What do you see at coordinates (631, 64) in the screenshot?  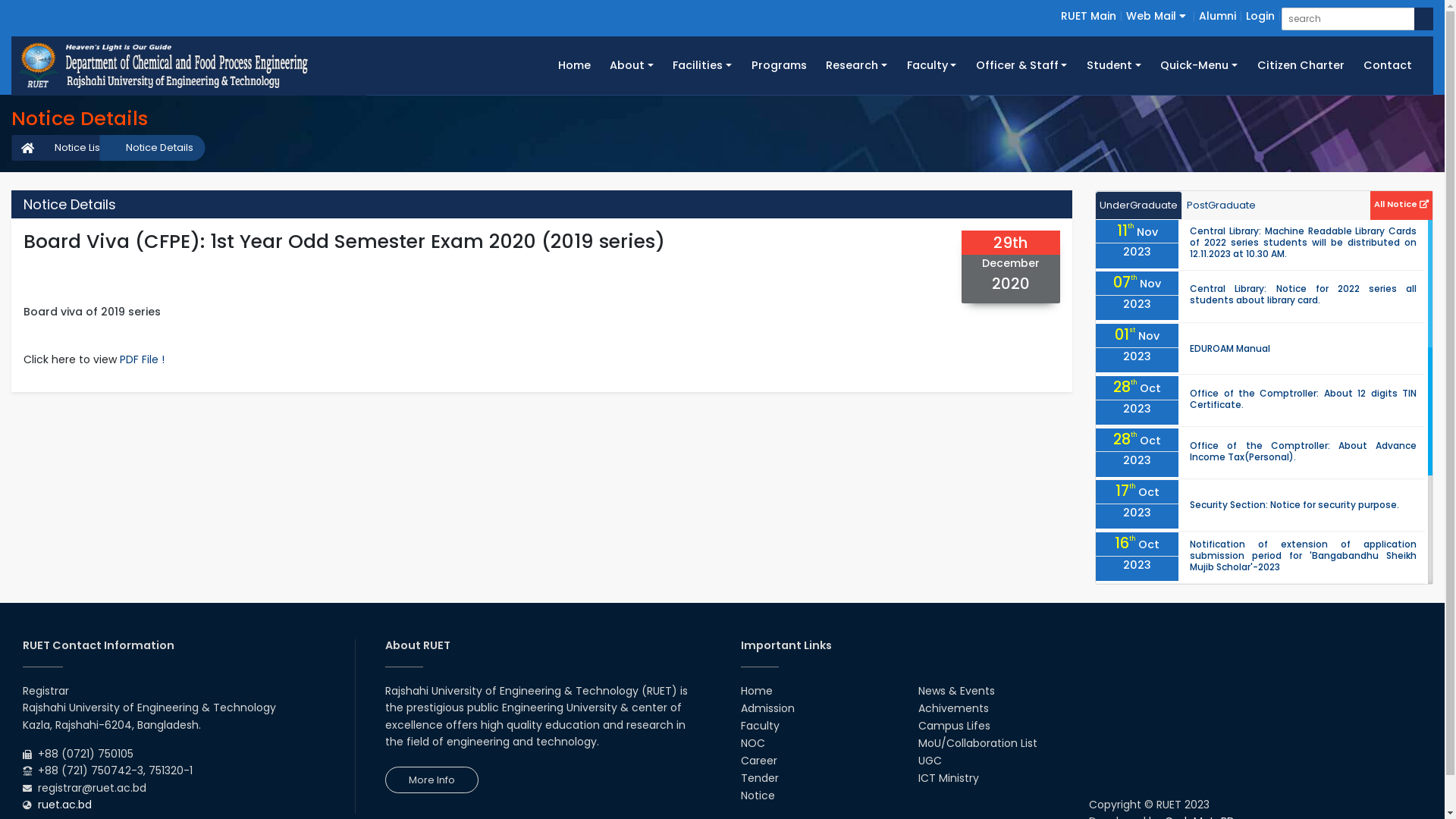 I see `'About'` at bounding box center [631, 64].